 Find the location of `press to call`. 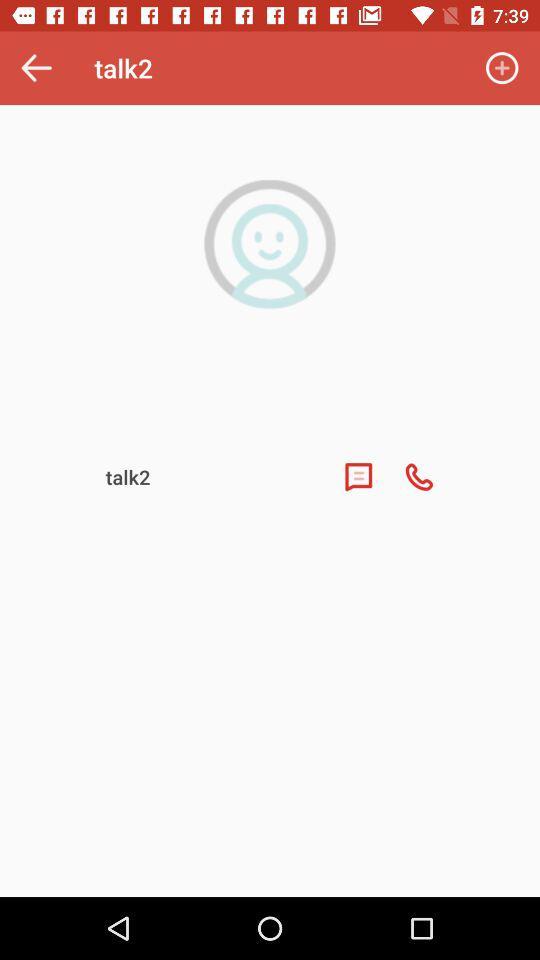

press to call is located at coordinates (418, 477).